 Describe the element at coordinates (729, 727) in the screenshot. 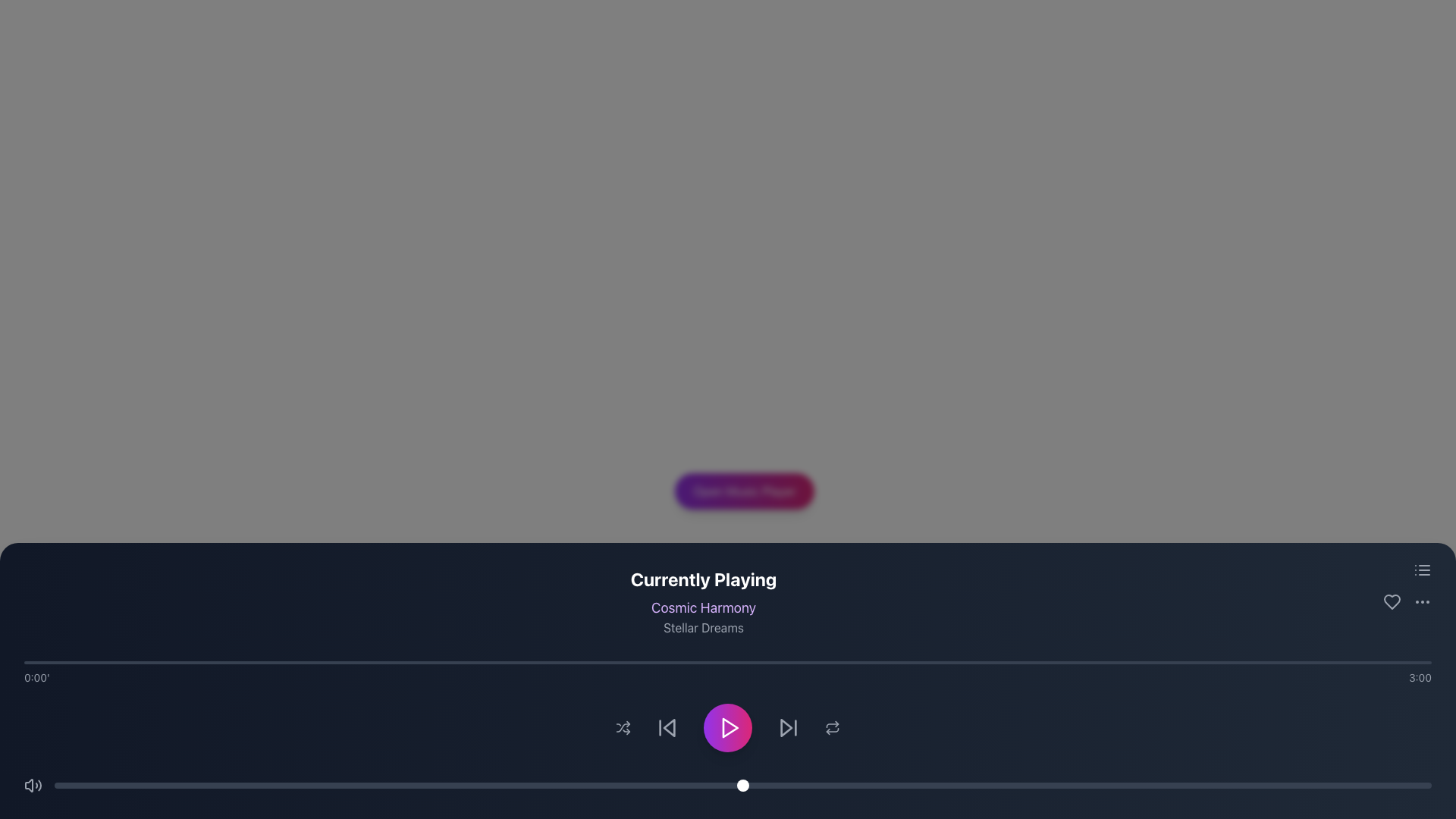

I see `the SVG-based Play button located at the center of the playback controls to initiate playback` at that location.